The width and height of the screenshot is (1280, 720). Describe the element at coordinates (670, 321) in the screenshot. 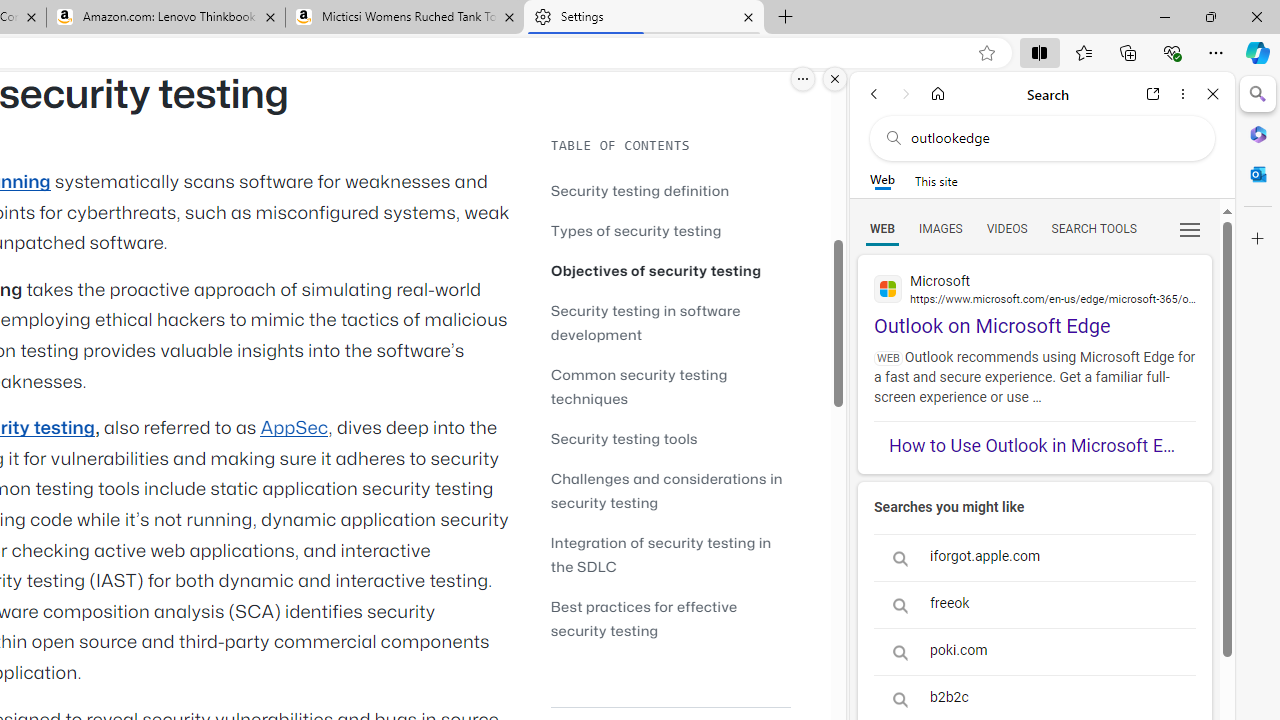

I see `'Security testing in software development'` at that location.